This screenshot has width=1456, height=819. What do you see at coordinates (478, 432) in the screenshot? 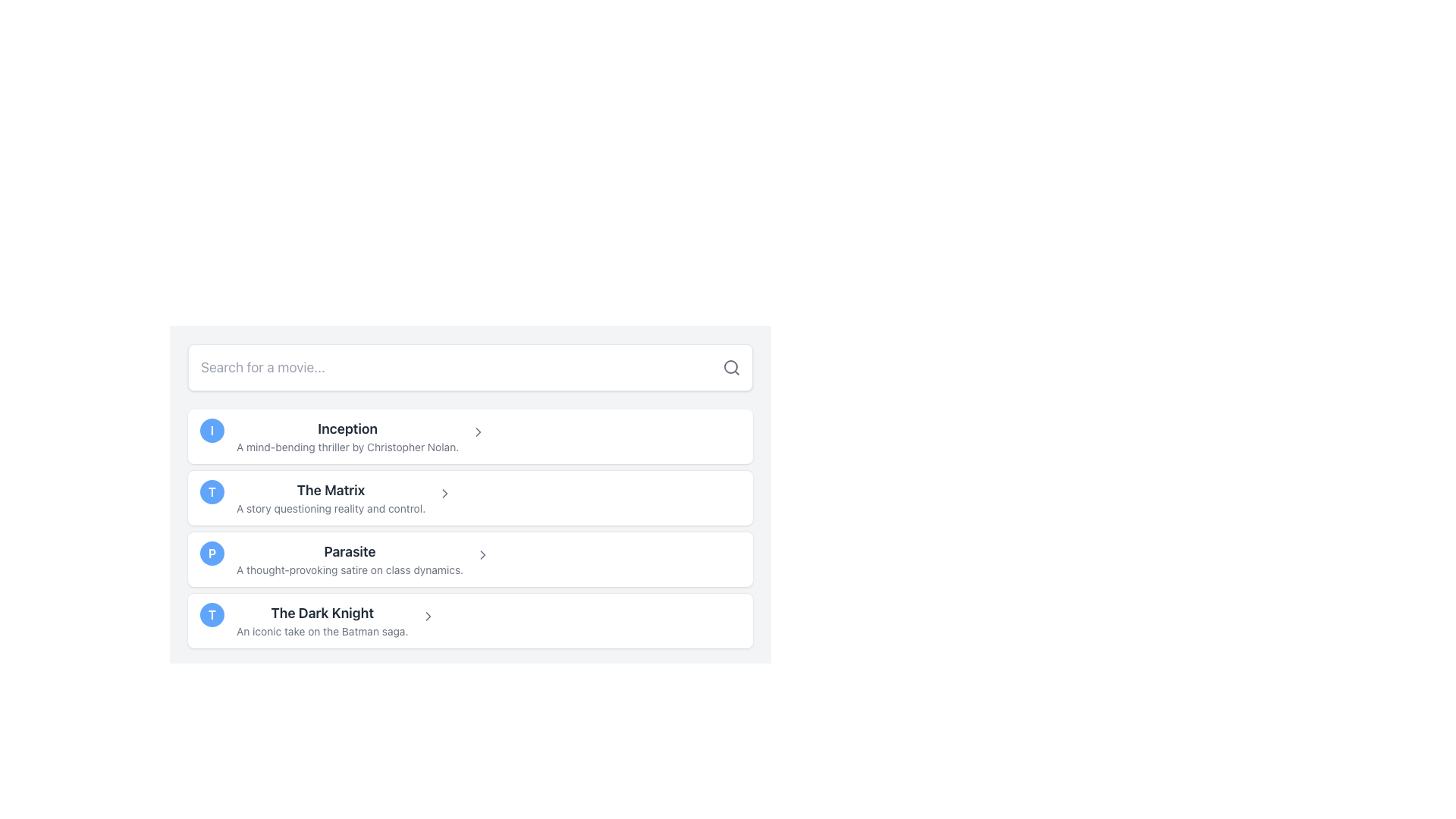
I see `the right-pointing chevron icon at the rightmost edge of the 'Inception' movie card for visual feedback` at bounding box center [478, 432].